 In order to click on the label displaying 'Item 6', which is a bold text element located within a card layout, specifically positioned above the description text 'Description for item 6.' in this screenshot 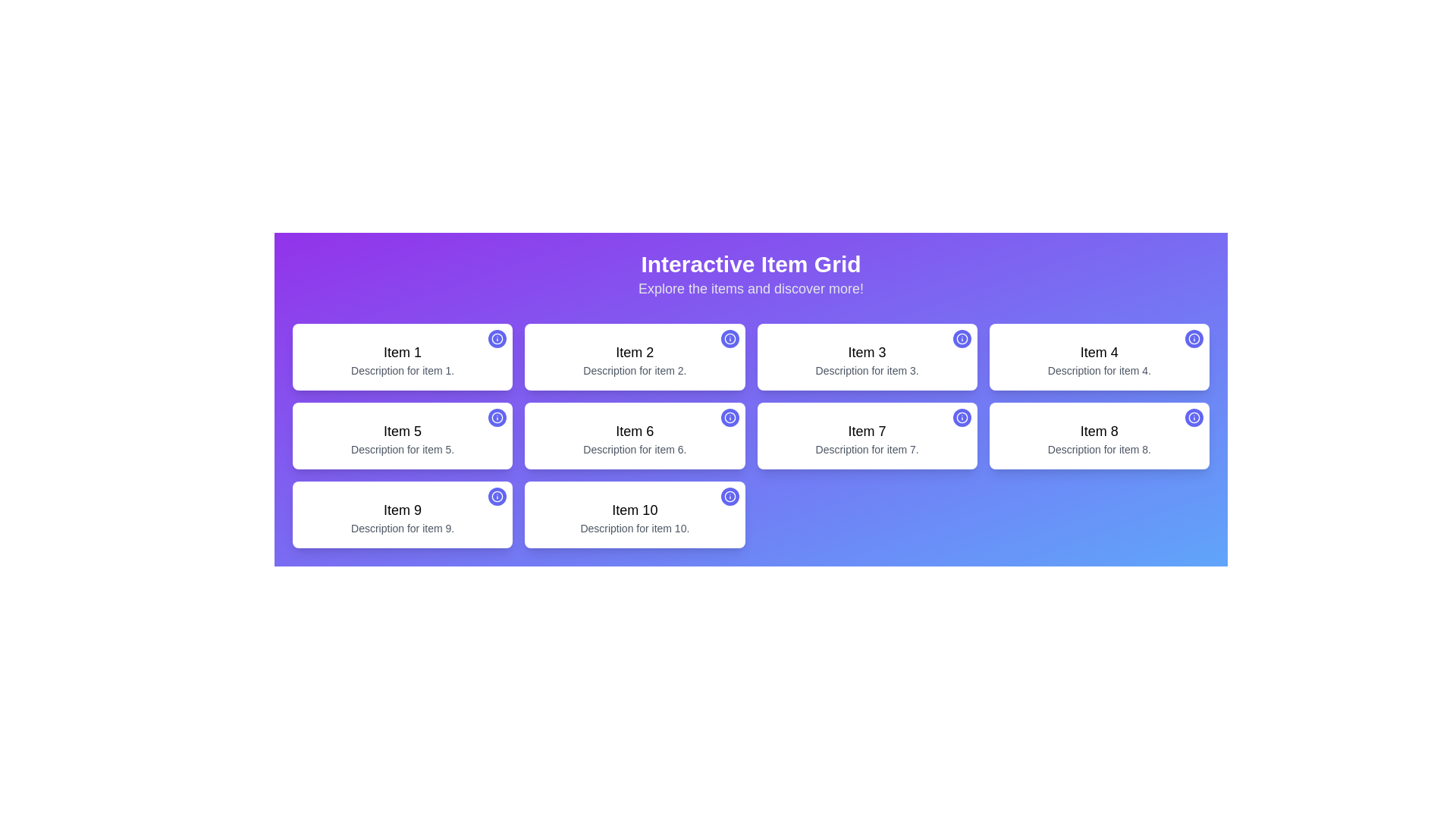, I will do `click(635, 431)`.